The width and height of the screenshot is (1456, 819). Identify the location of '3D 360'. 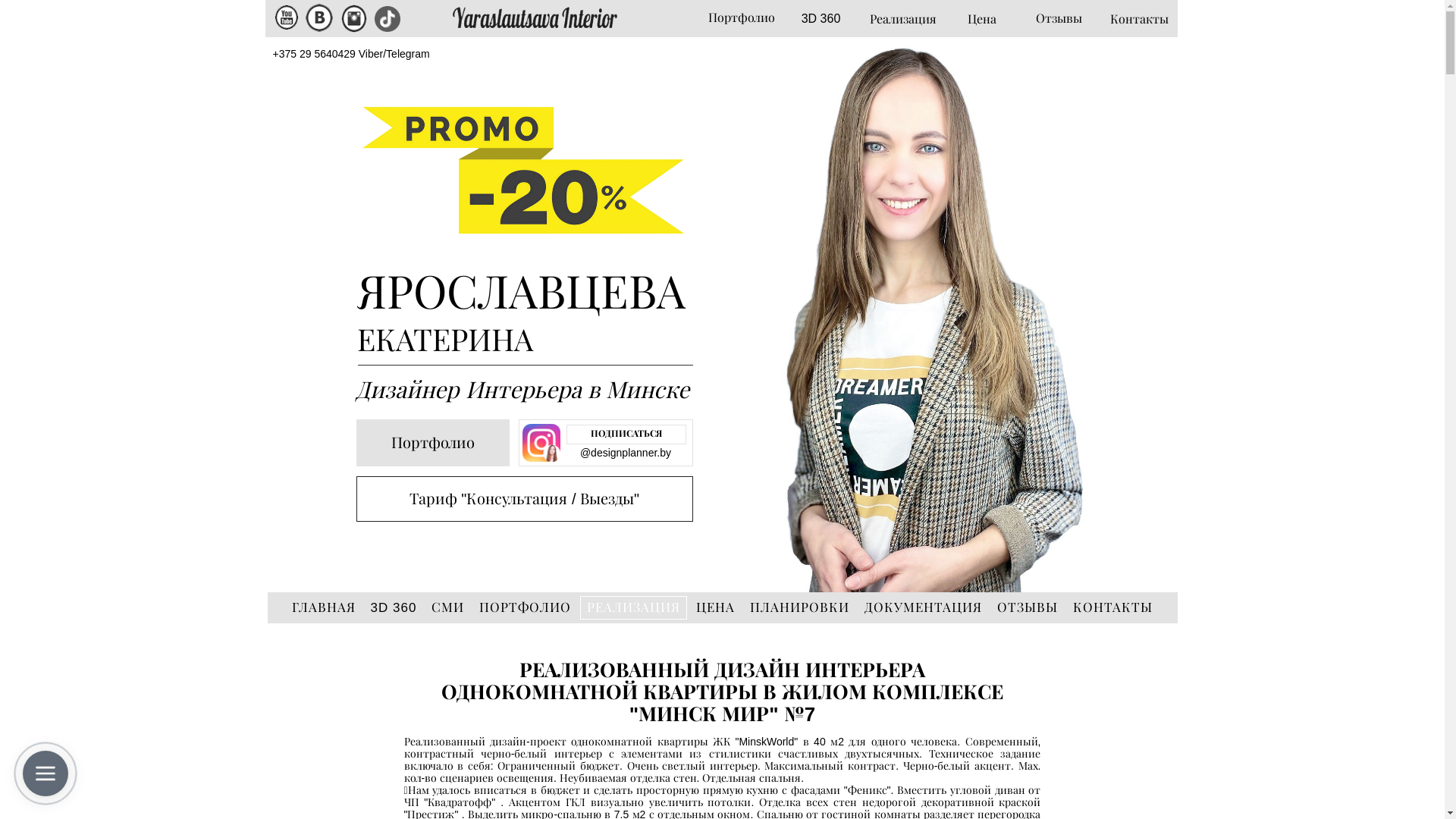
(819, 19).